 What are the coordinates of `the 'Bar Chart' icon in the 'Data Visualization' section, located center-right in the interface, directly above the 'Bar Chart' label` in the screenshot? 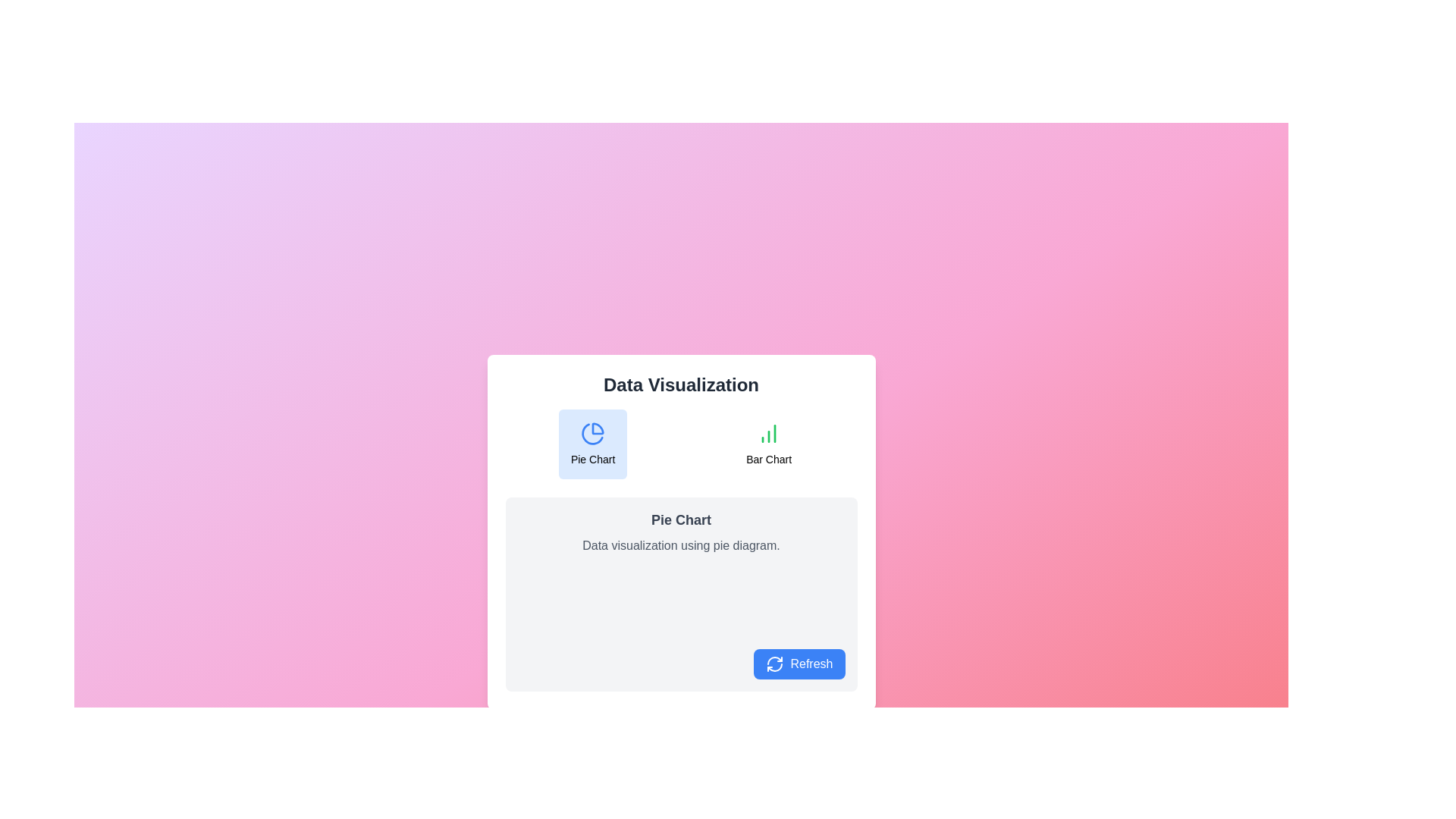 It's located at (769, 433).